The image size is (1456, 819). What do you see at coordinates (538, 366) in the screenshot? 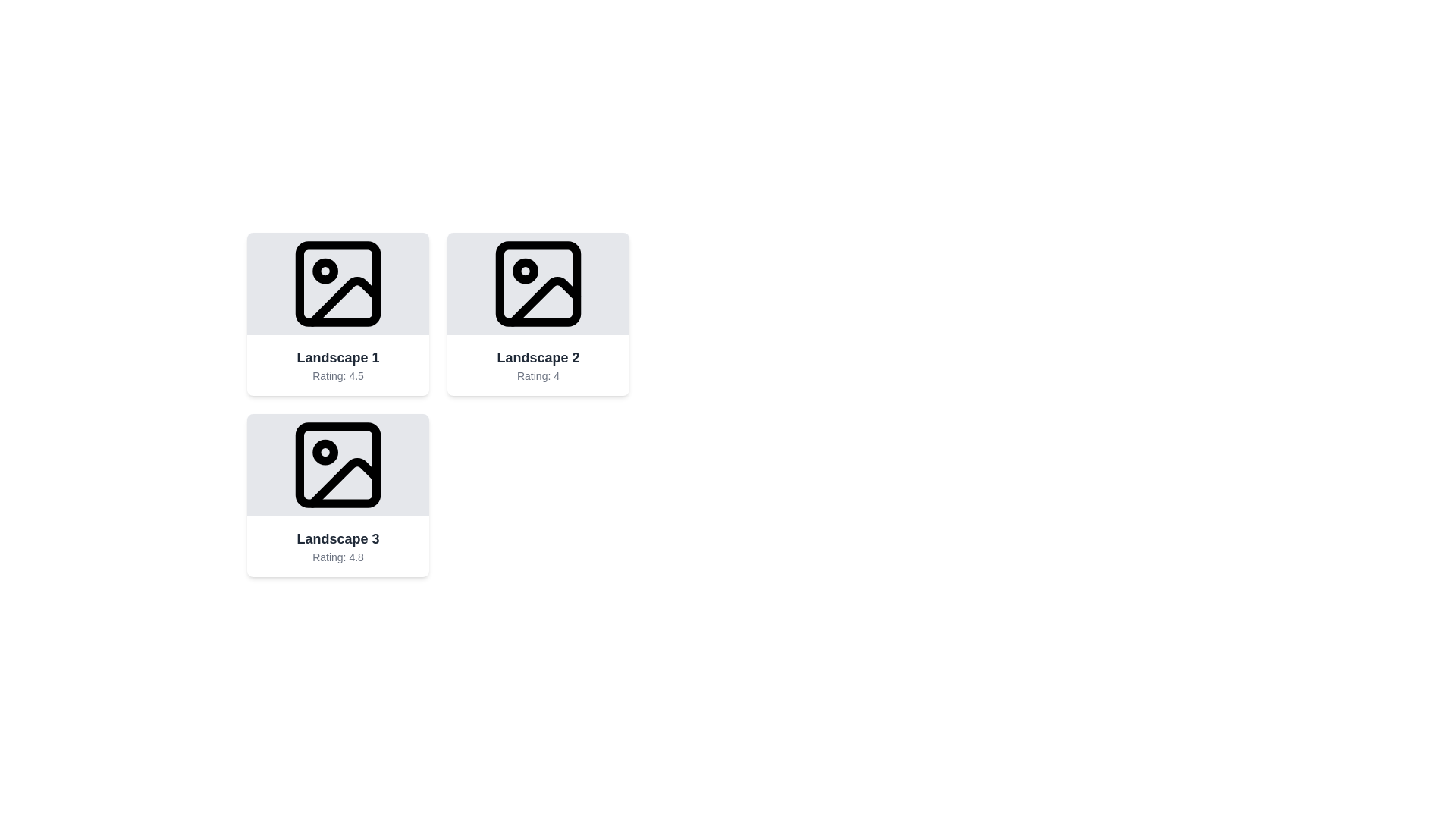
I see `the text block element containing 'Landscape 2' and 'Rating: 4' which is located in the second column of the first row of the grid` at bounding box center [538, 366].